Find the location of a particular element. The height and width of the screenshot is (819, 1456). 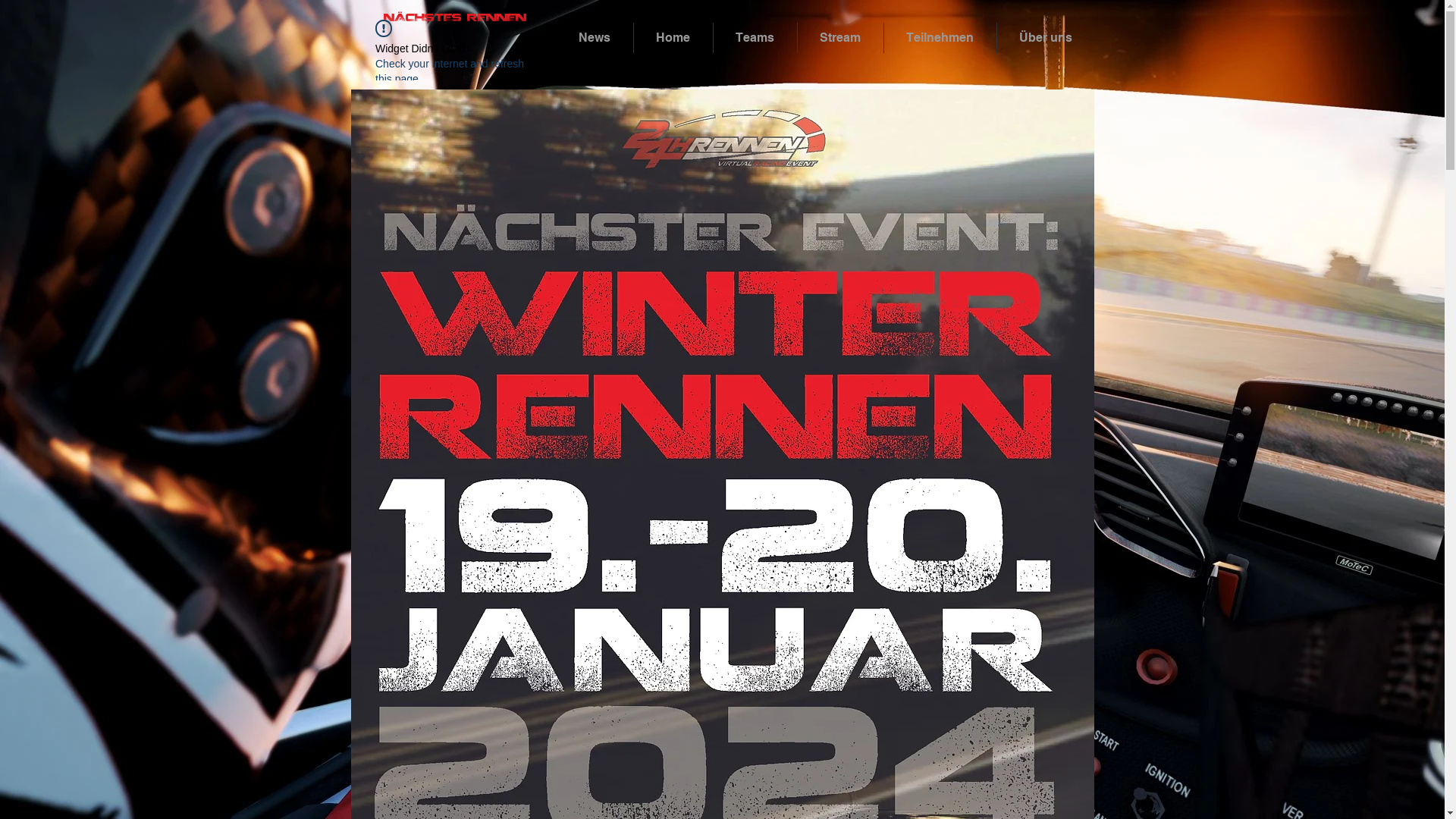

'Teilnehmen' is located at coordinates (884, 37).